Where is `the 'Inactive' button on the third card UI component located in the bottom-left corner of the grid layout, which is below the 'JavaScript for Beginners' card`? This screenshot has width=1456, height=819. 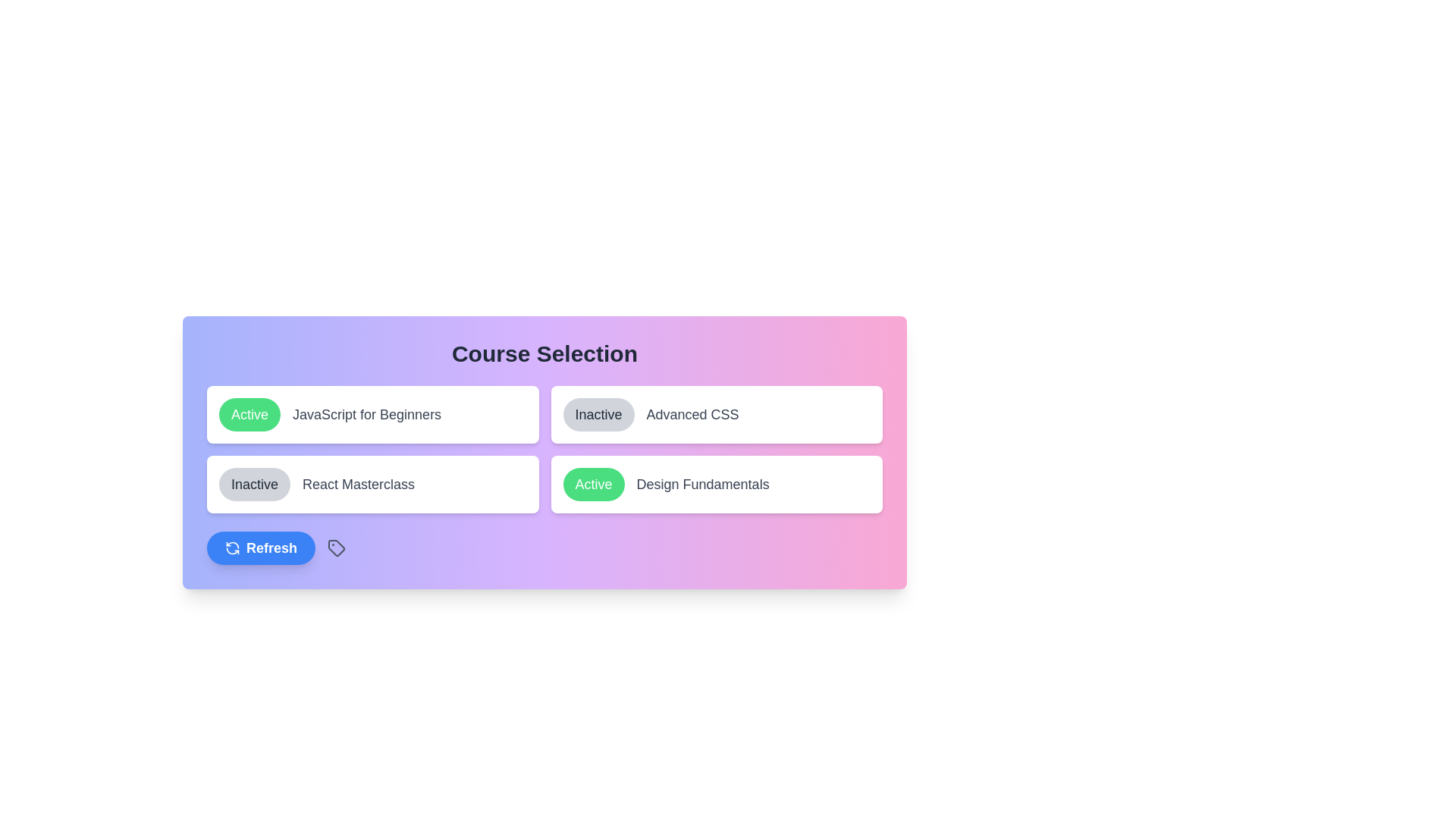 the 'Inactive' button on the third card UI component located in the bottom-left corner of the grid layout, which is below the 'JavaScript for Beginners' card is located at coordinates (372, 485).